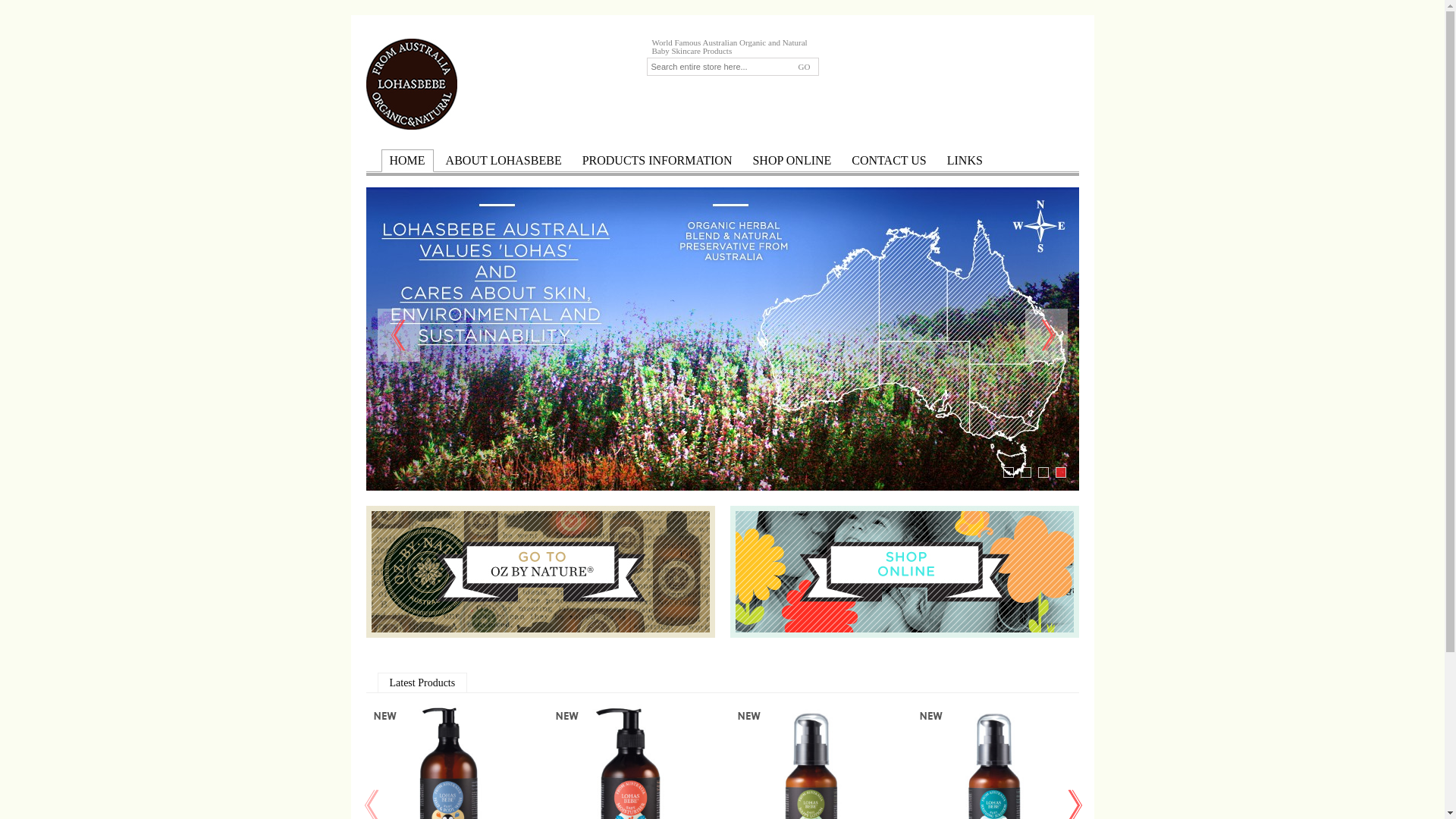 Image resolution: width=1456 pixels, height=819 pixels. Describe the element at coordinates (803, 66) in the screenshot. I see `'GO'` at that location.